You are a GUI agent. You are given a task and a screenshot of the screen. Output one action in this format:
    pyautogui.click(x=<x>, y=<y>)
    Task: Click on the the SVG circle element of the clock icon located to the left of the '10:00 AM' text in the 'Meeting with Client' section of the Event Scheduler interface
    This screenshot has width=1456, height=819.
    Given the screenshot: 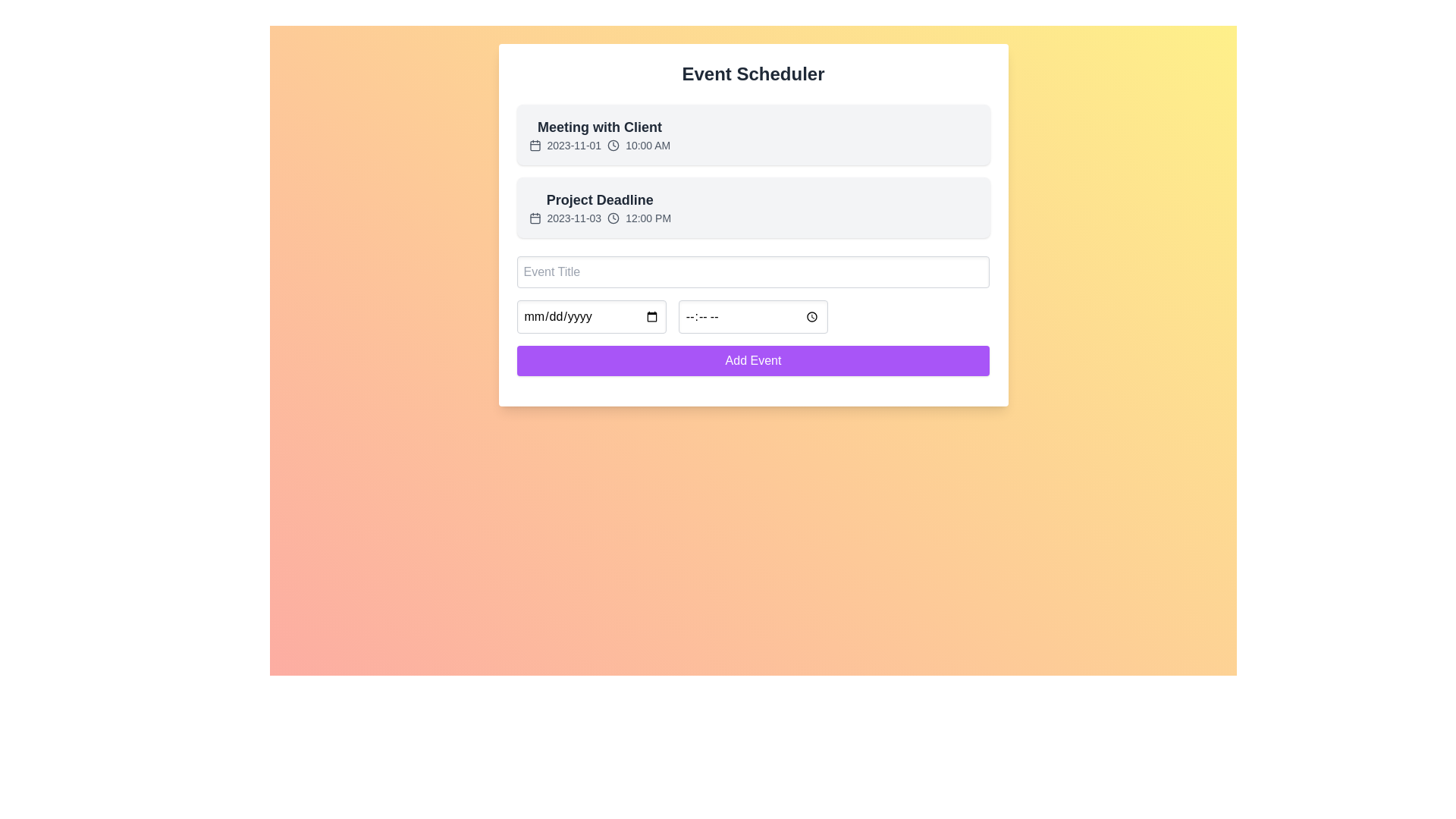 What is the action you would take?
    pyautogui.click(x=613, y=146)
    